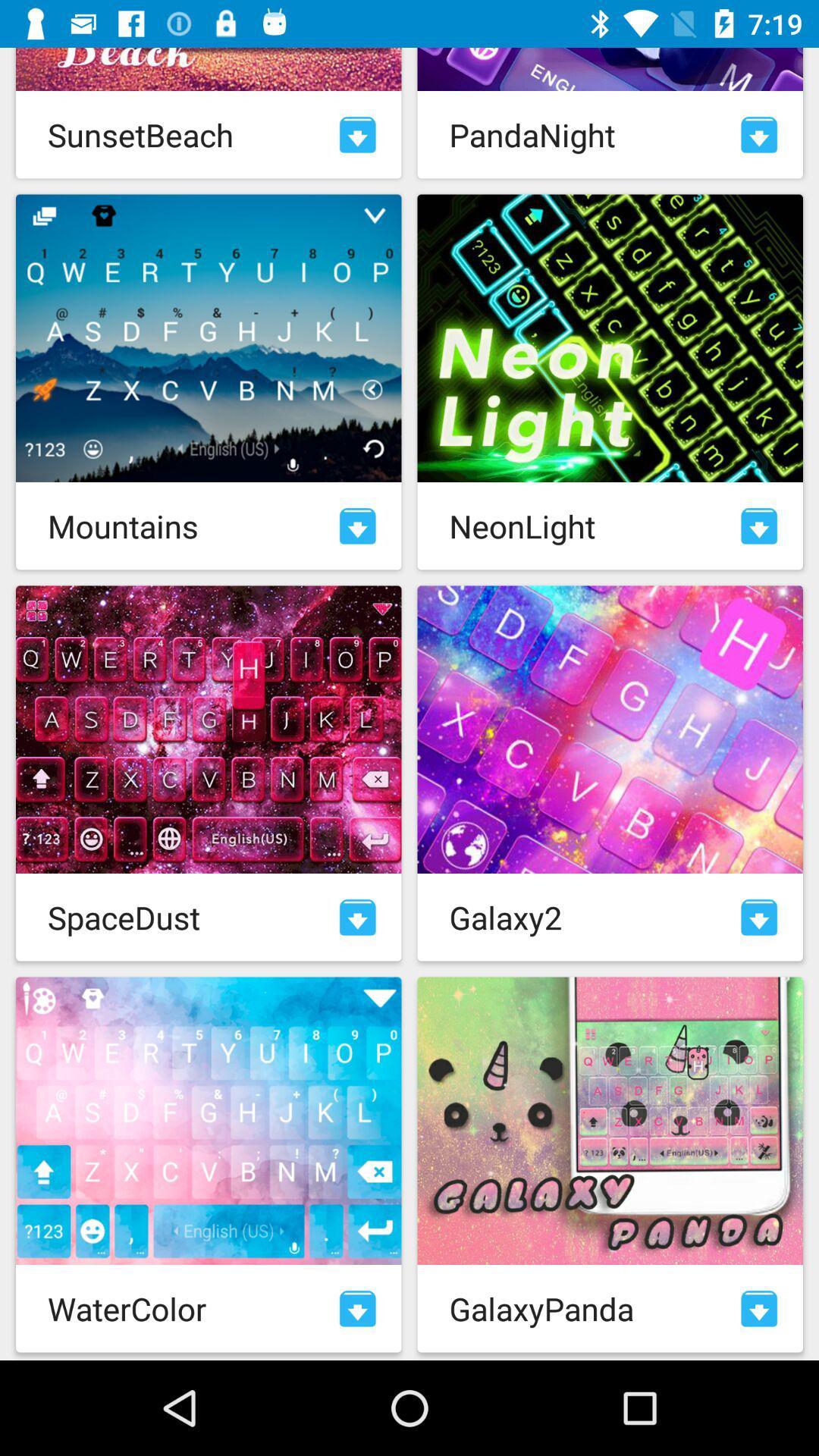  What do you see at coordinates (357, 916) in the screenshot?
I see `open tab` at bounding box center [357, 916].